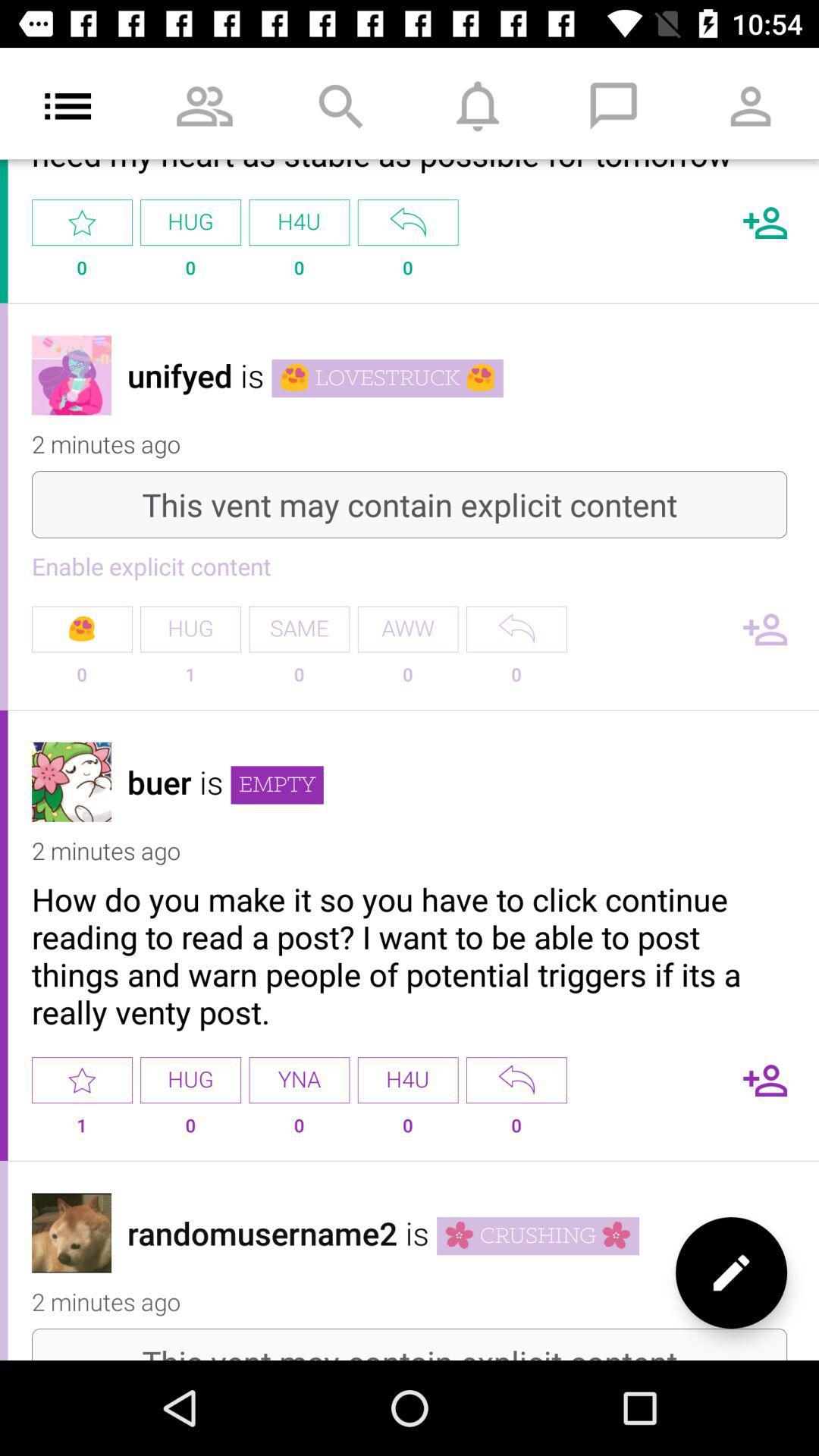  What do you see at coordinates (765, 629) in the screenshot?
I see `friend` at bounding box center [765, 629].